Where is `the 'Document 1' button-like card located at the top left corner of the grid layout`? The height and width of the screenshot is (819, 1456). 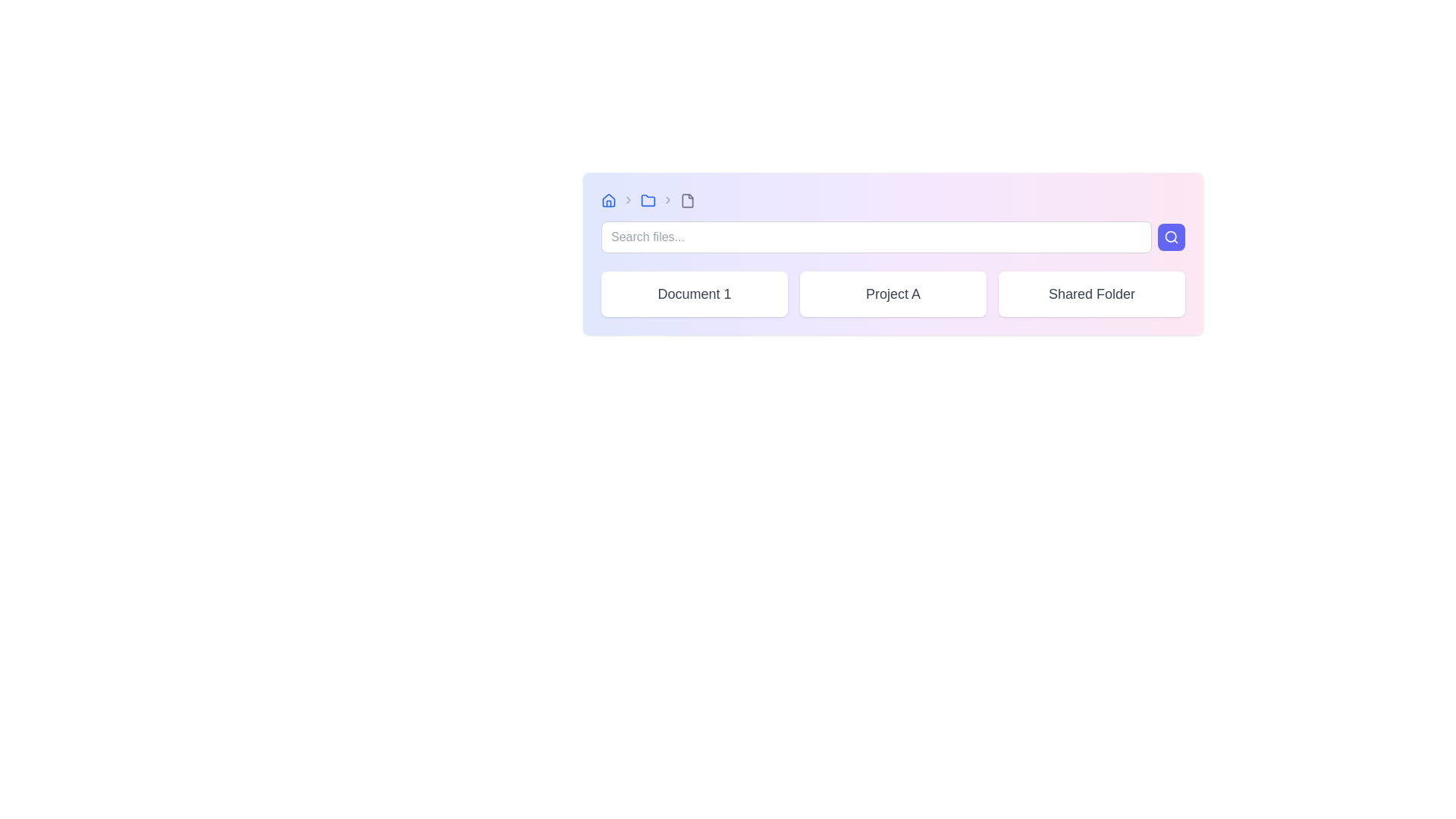
the 'Document 1' button-like card located at the top left corner of the grid layout is located at coordinates (694, 294).